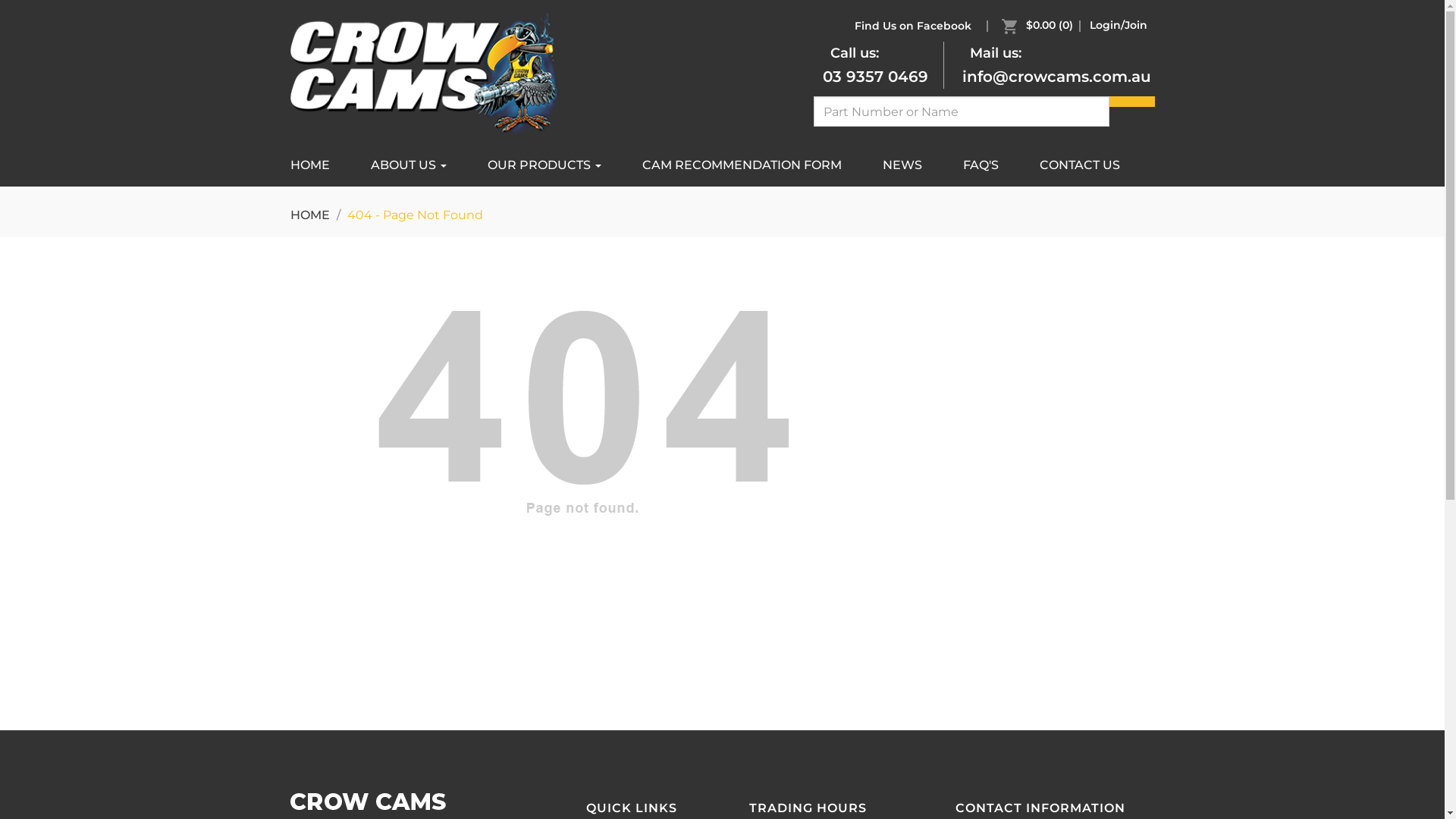  I want to click on 'CONTACT US', so click(1079, 165).